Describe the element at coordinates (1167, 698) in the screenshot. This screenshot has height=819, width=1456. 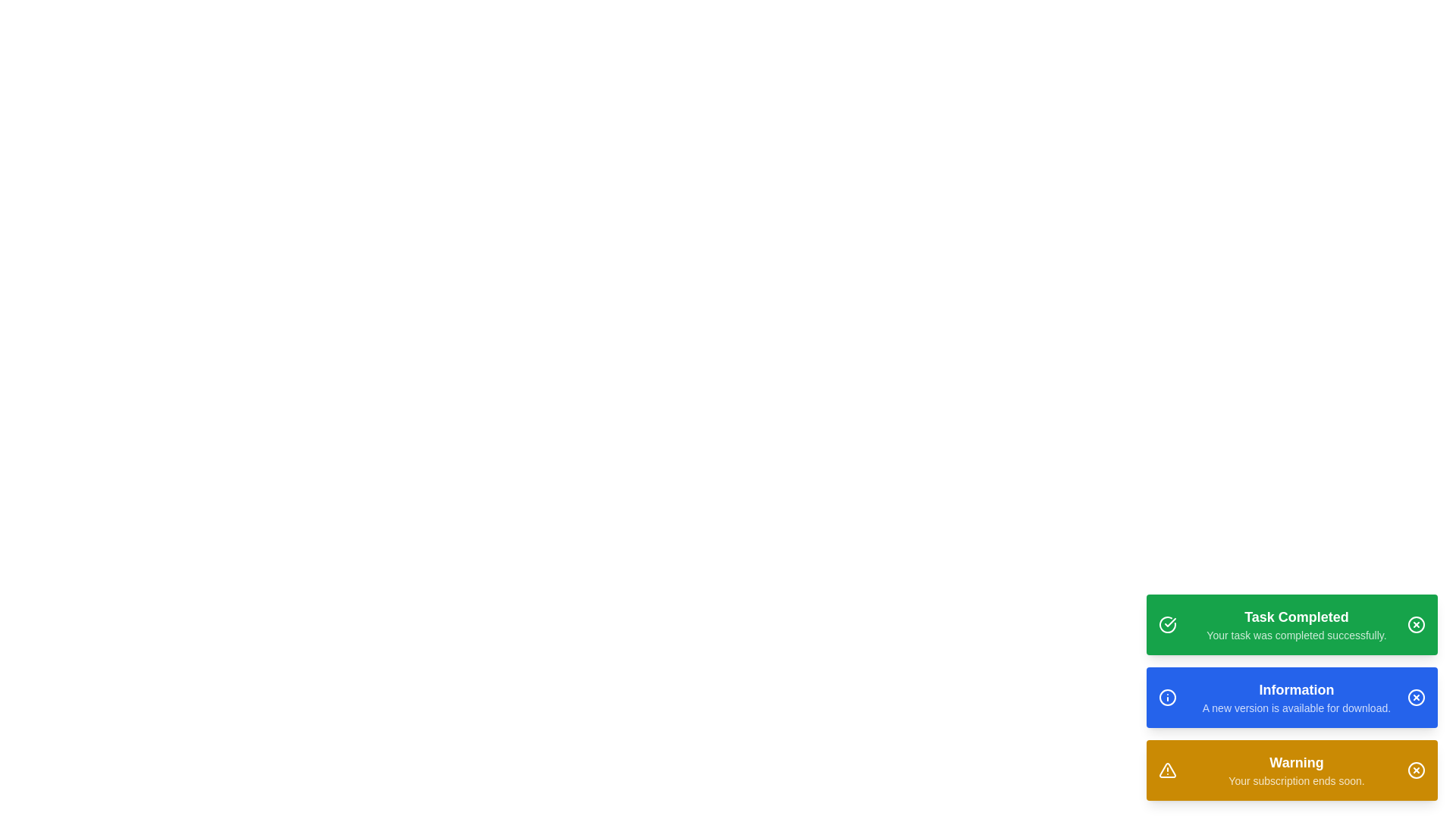
I see `the circular icon with an information symbol styled in white on a blue background, located to the left of the 'Information' text in the middle notification bar` at that location.